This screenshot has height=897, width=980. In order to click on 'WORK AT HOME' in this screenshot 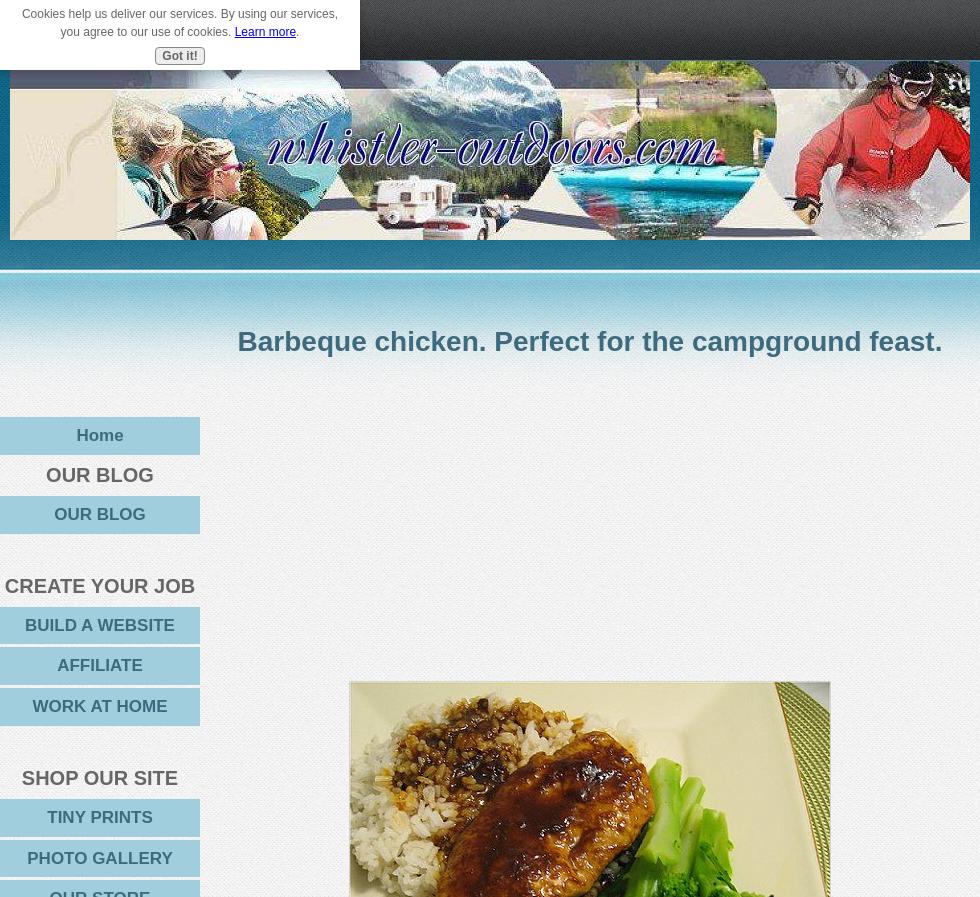, I will do `click(32, 706)`.